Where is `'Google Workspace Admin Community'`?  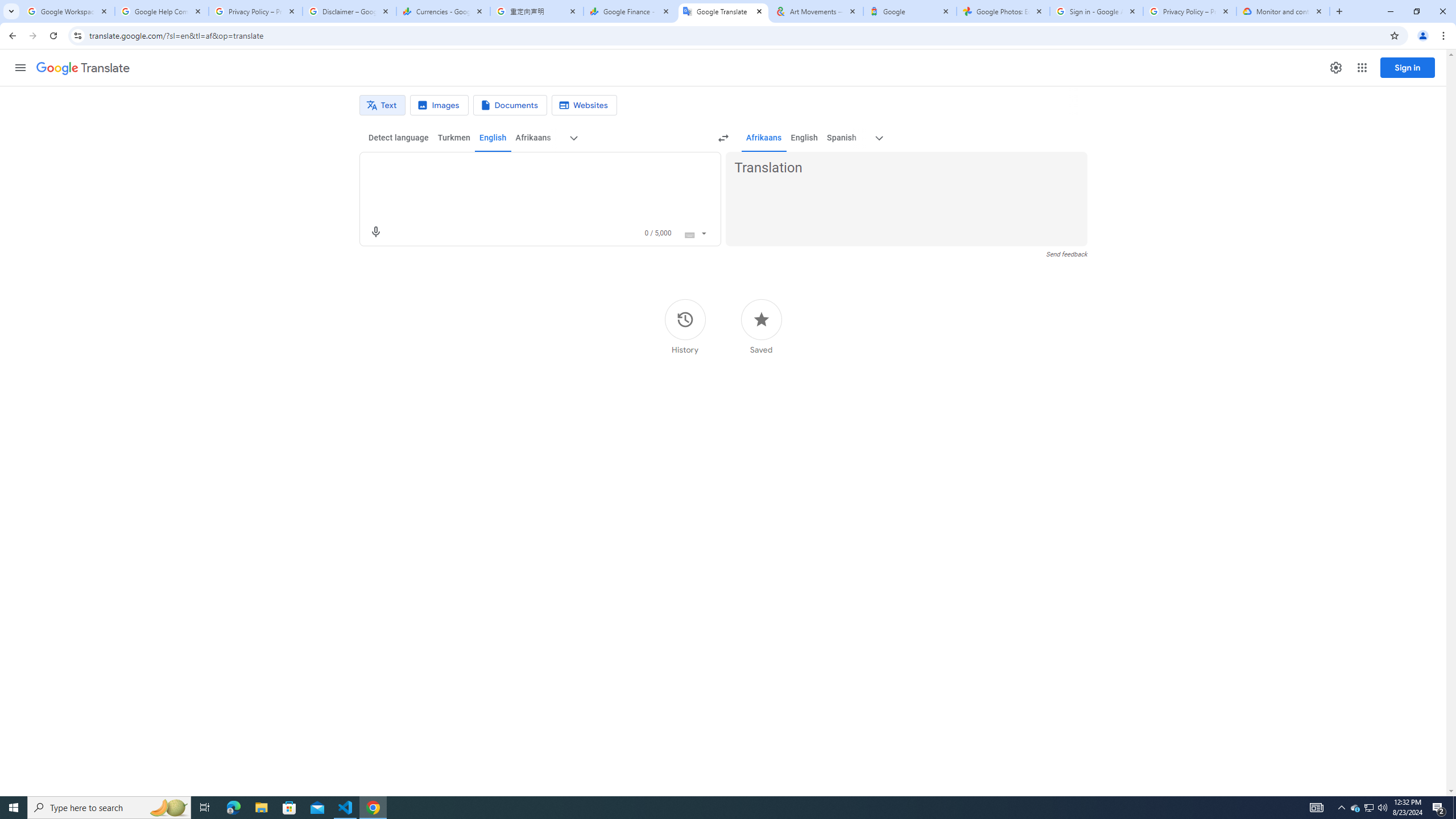
'Google Workspace Admin Community' is located at coordinates (67, 11).